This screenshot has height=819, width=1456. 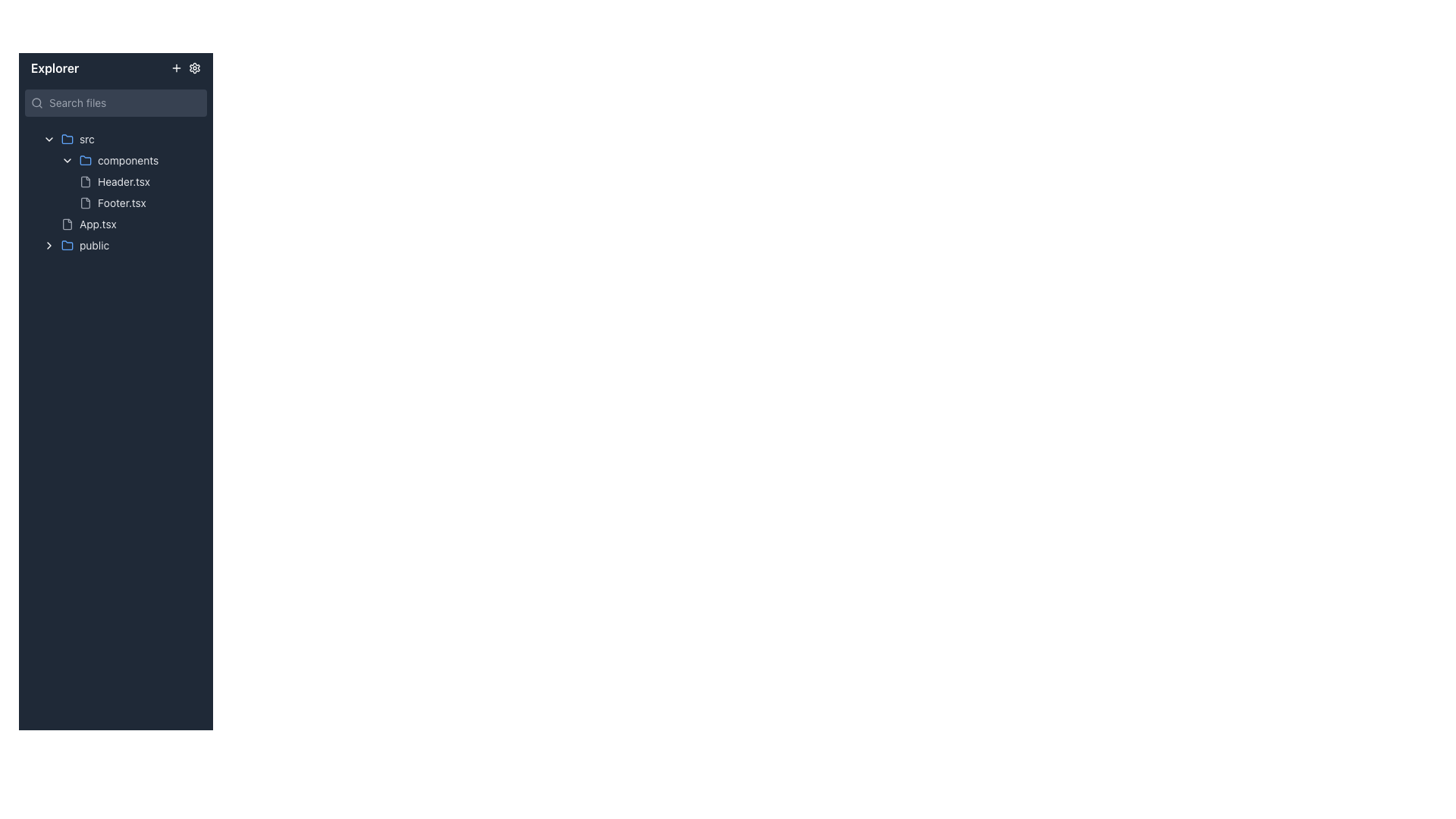 I want to click on and drop text into the search bar located below the 'Explorer' label, which has a placeholder text 'Search files' and a dark background, so click(x=115, y=102).